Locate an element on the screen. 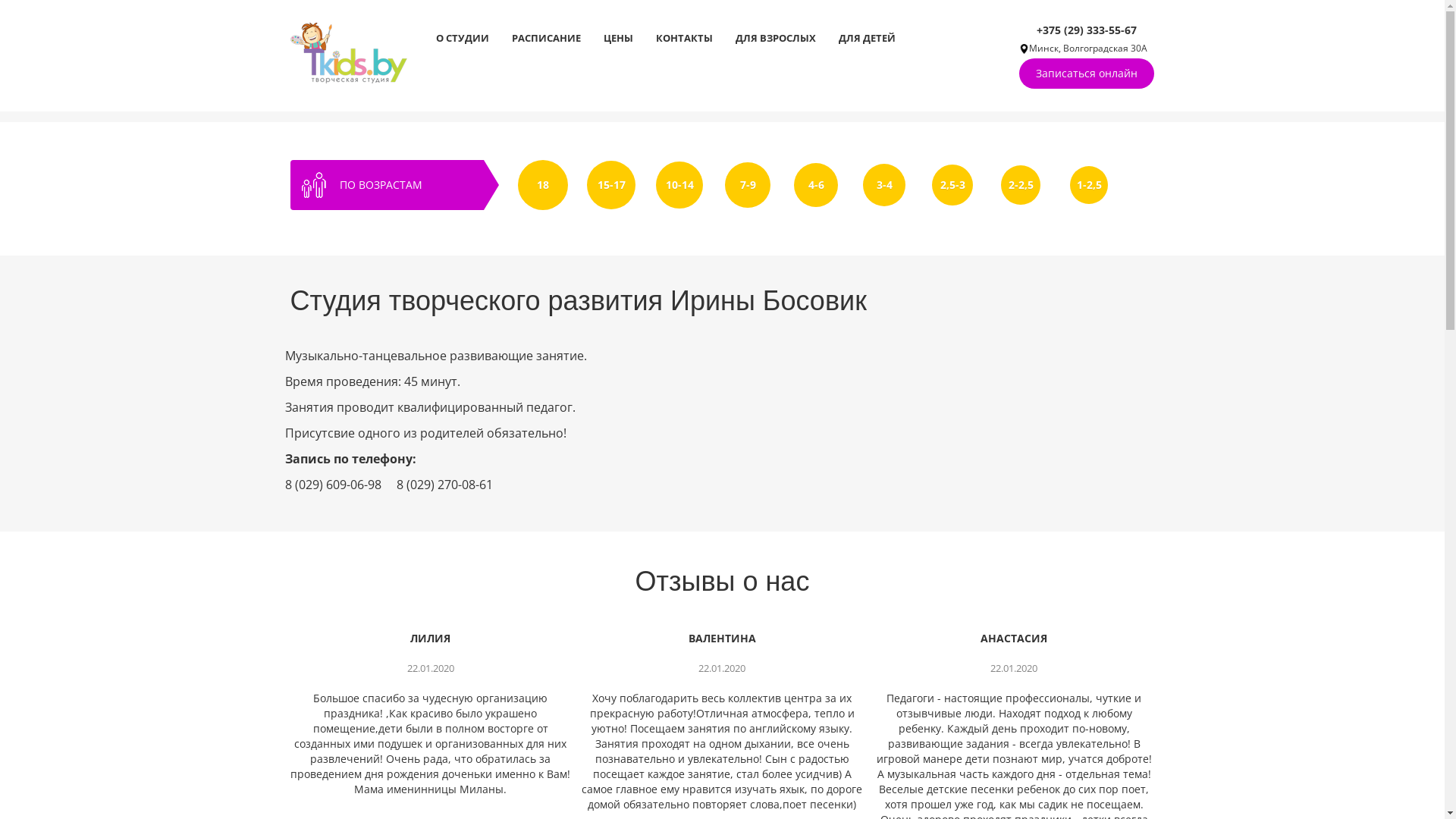  '3-4' is located at coordinates (884, 184).